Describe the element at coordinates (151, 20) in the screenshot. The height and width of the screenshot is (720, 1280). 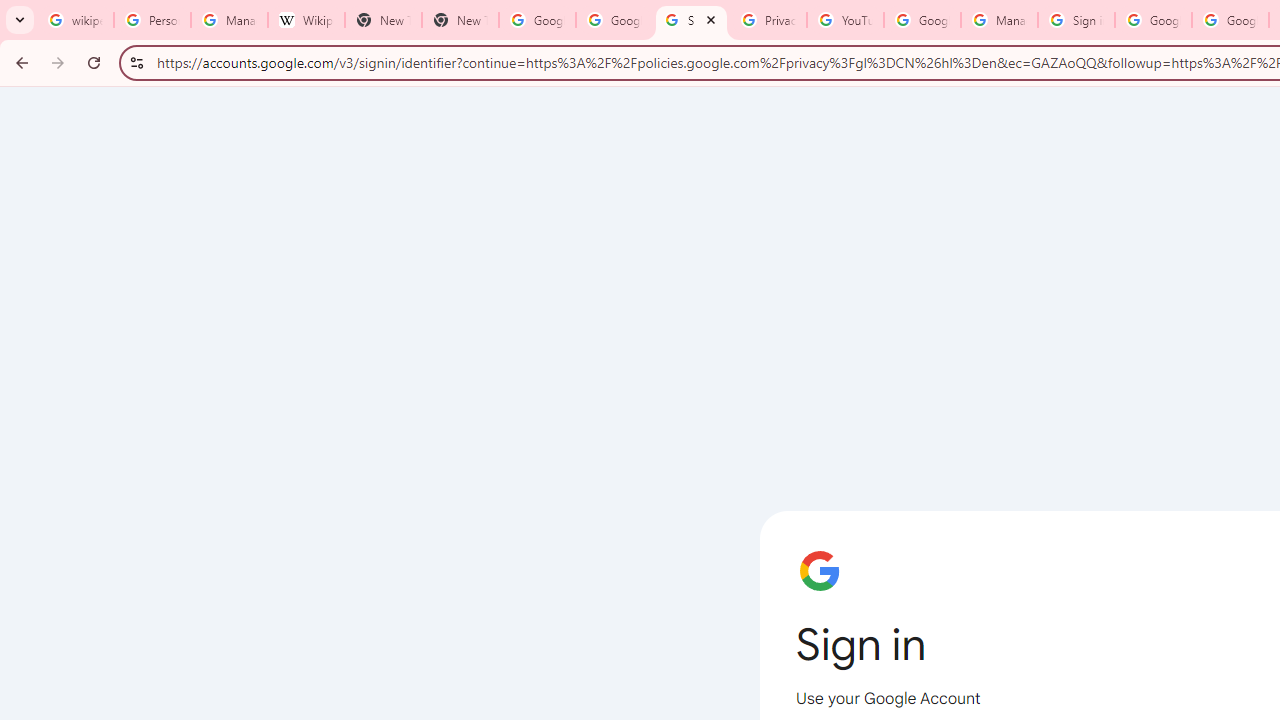
I see `'Personalization & Google Search results - Google Search Help'` at that location.